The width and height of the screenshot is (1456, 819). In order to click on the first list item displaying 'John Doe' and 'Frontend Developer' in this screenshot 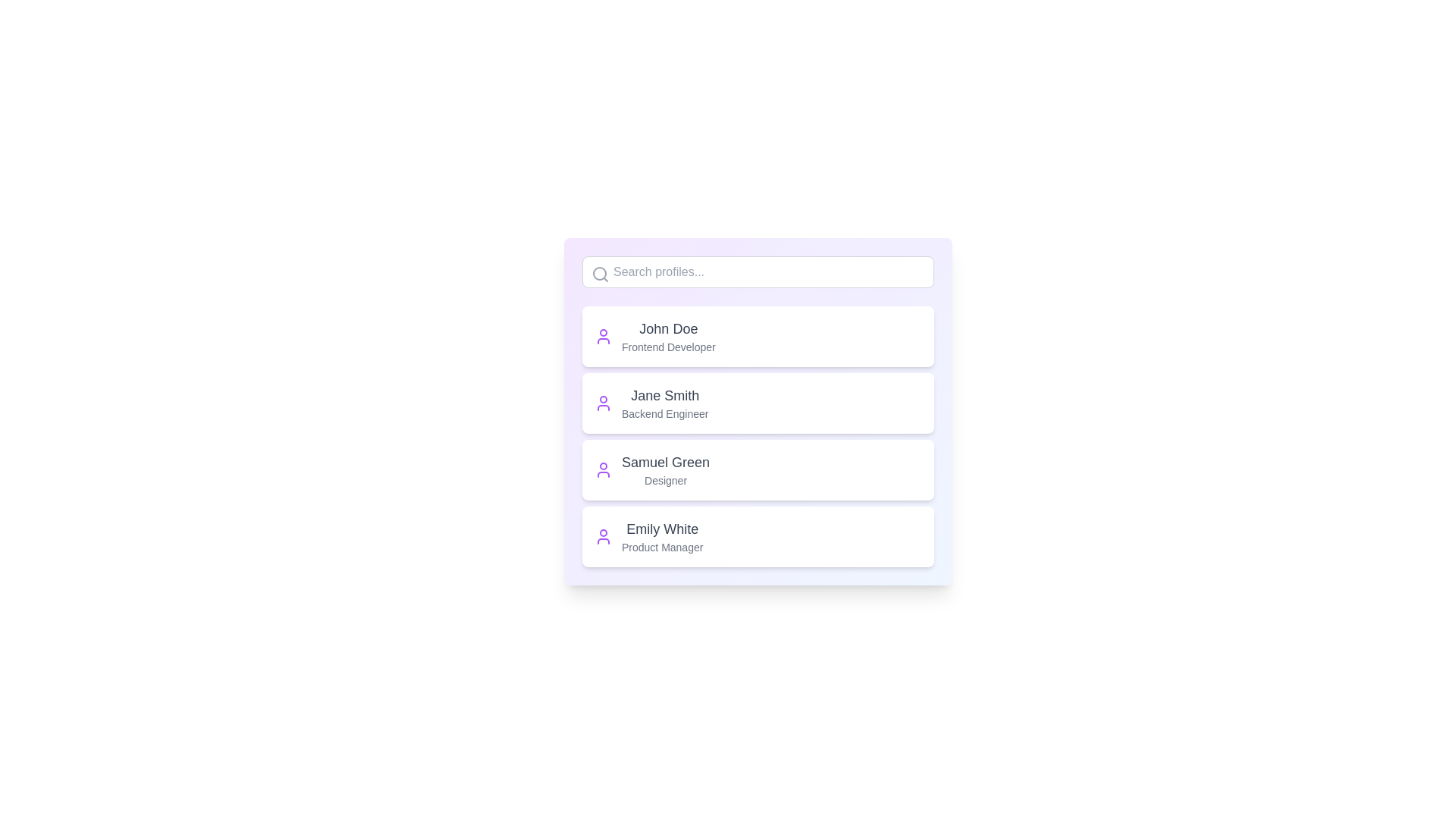, I will do `click(758, 335)`.